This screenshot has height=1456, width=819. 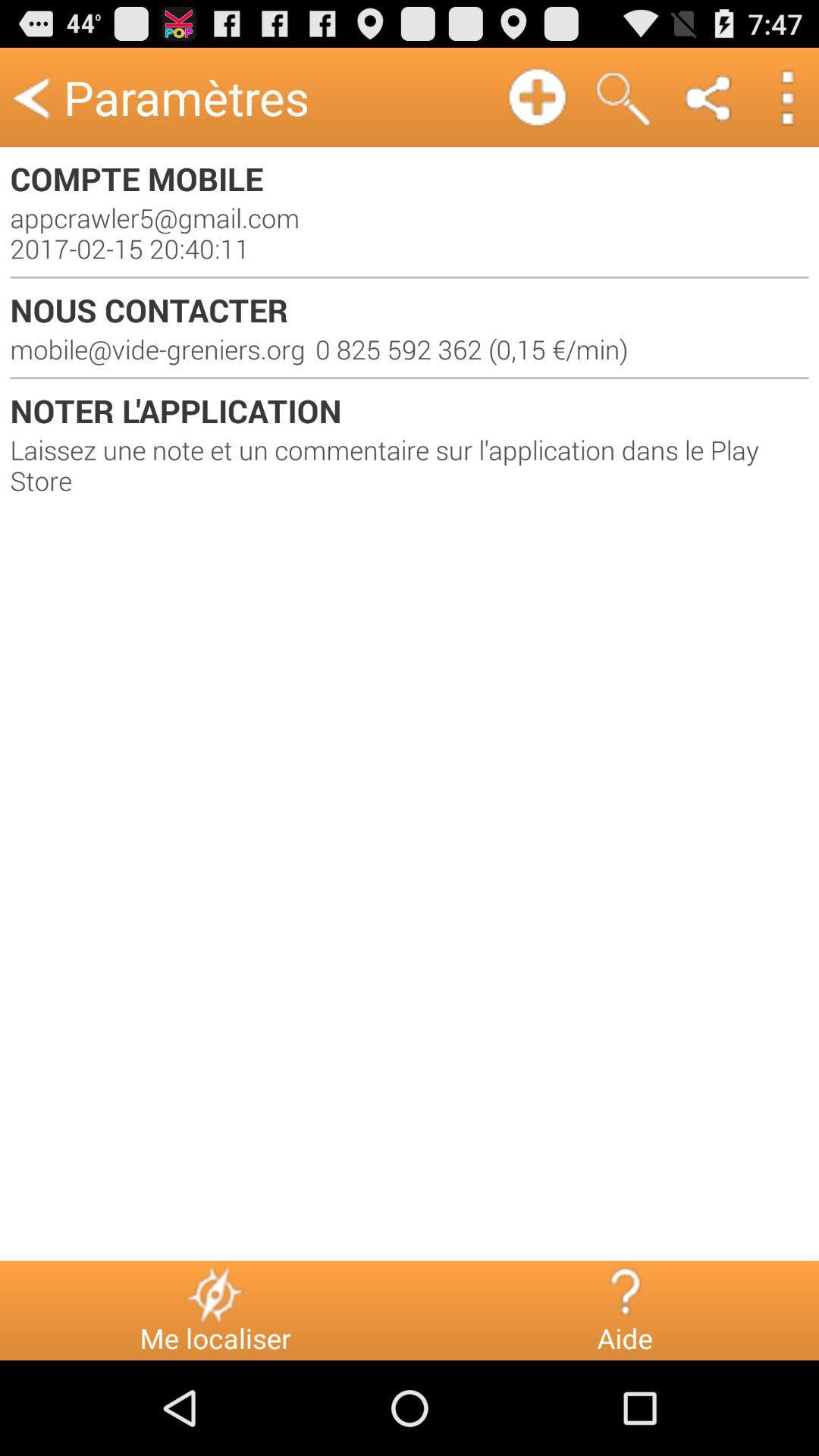 I want to click on icon above the compte mobile item, so click(x=709, y=96).